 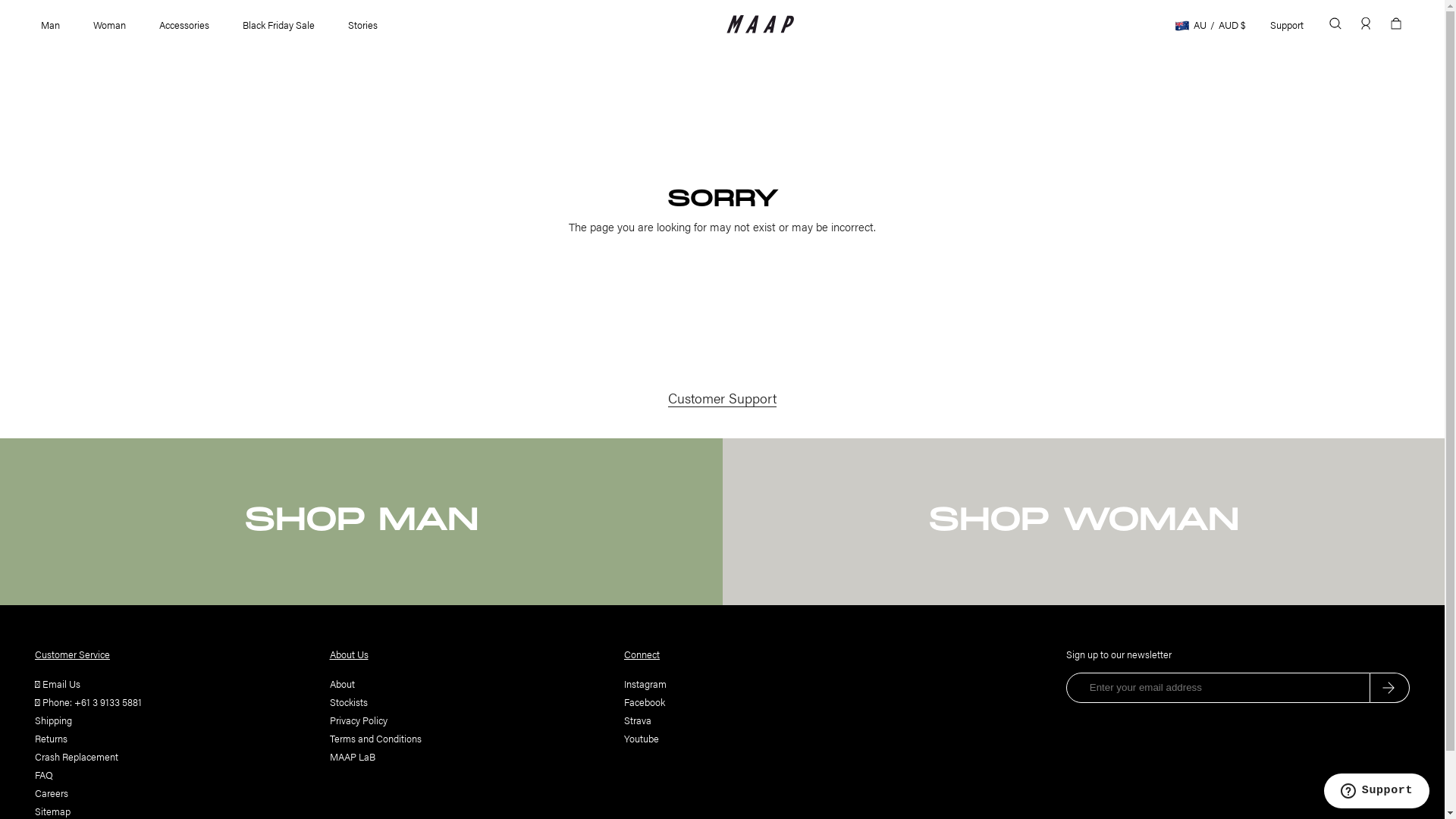 What do you see at coordinates (637, 719) in the screenshot?
I see `'Strava'` at bounding box center [637, 719].